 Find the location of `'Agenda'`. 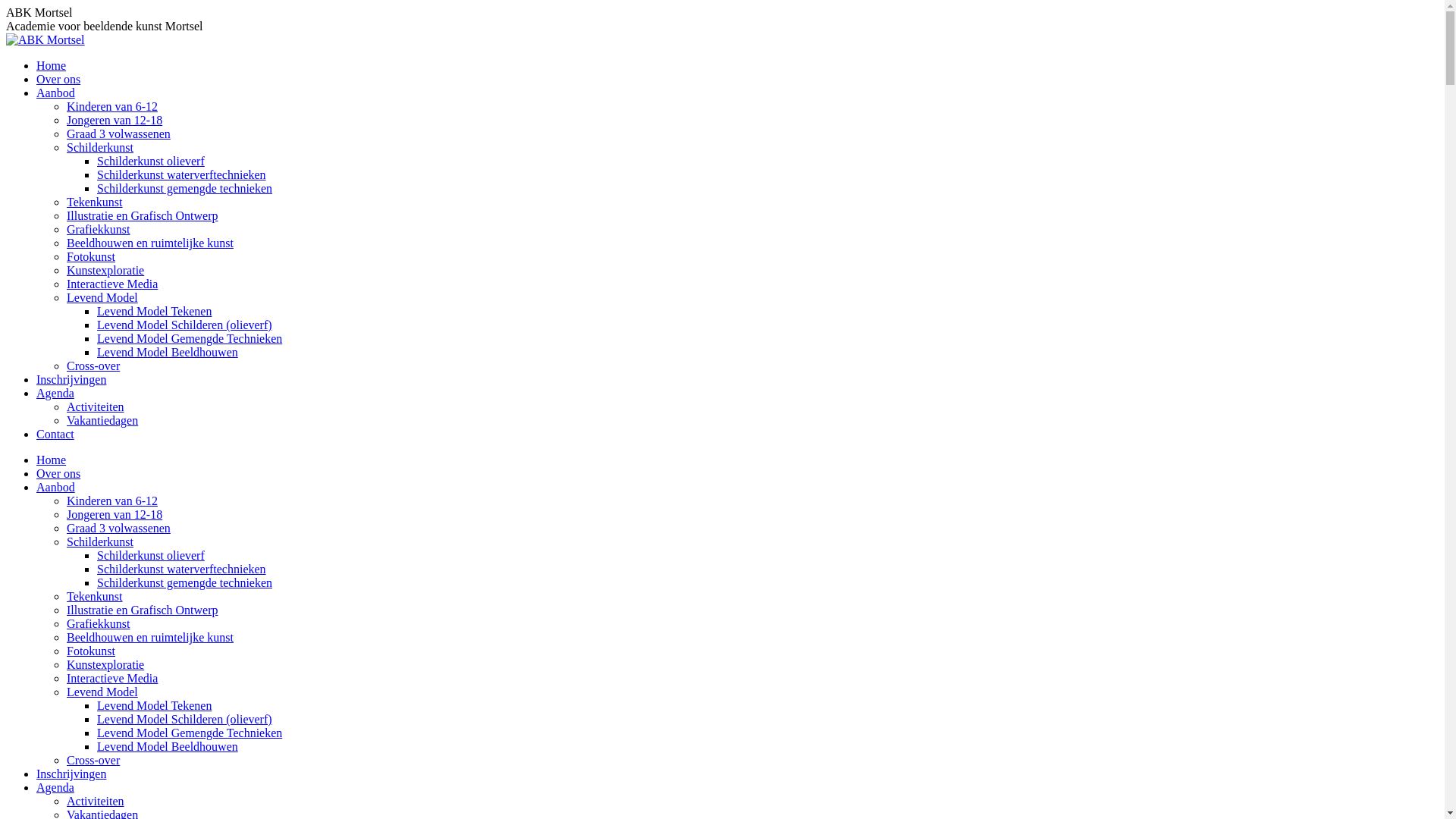

'Agenda' is located at coordinates (55, 392).